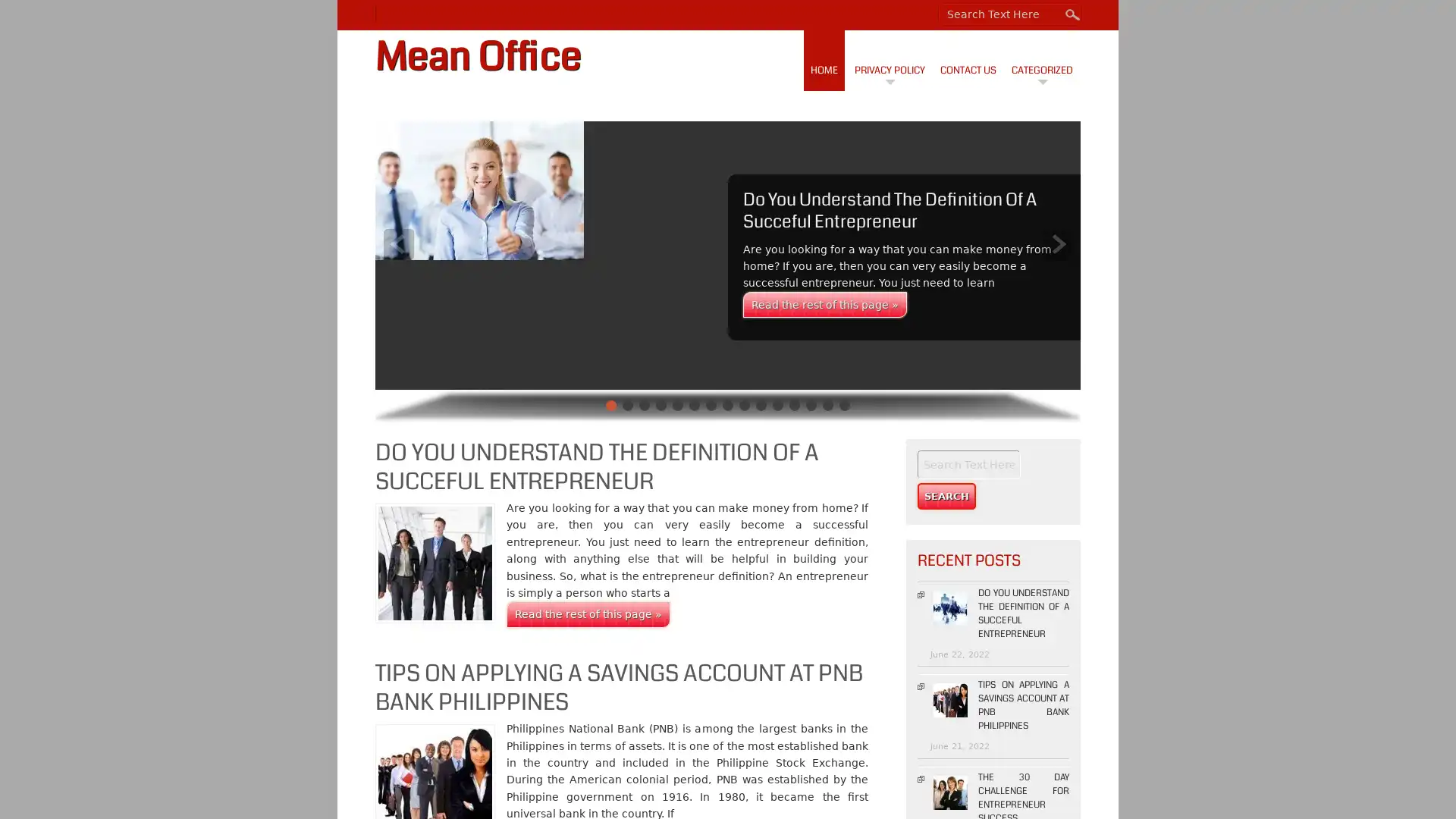  What do you see at coordinates (946, 496) in the screenshot?
I see `Search` at bounding box center [946, 496].